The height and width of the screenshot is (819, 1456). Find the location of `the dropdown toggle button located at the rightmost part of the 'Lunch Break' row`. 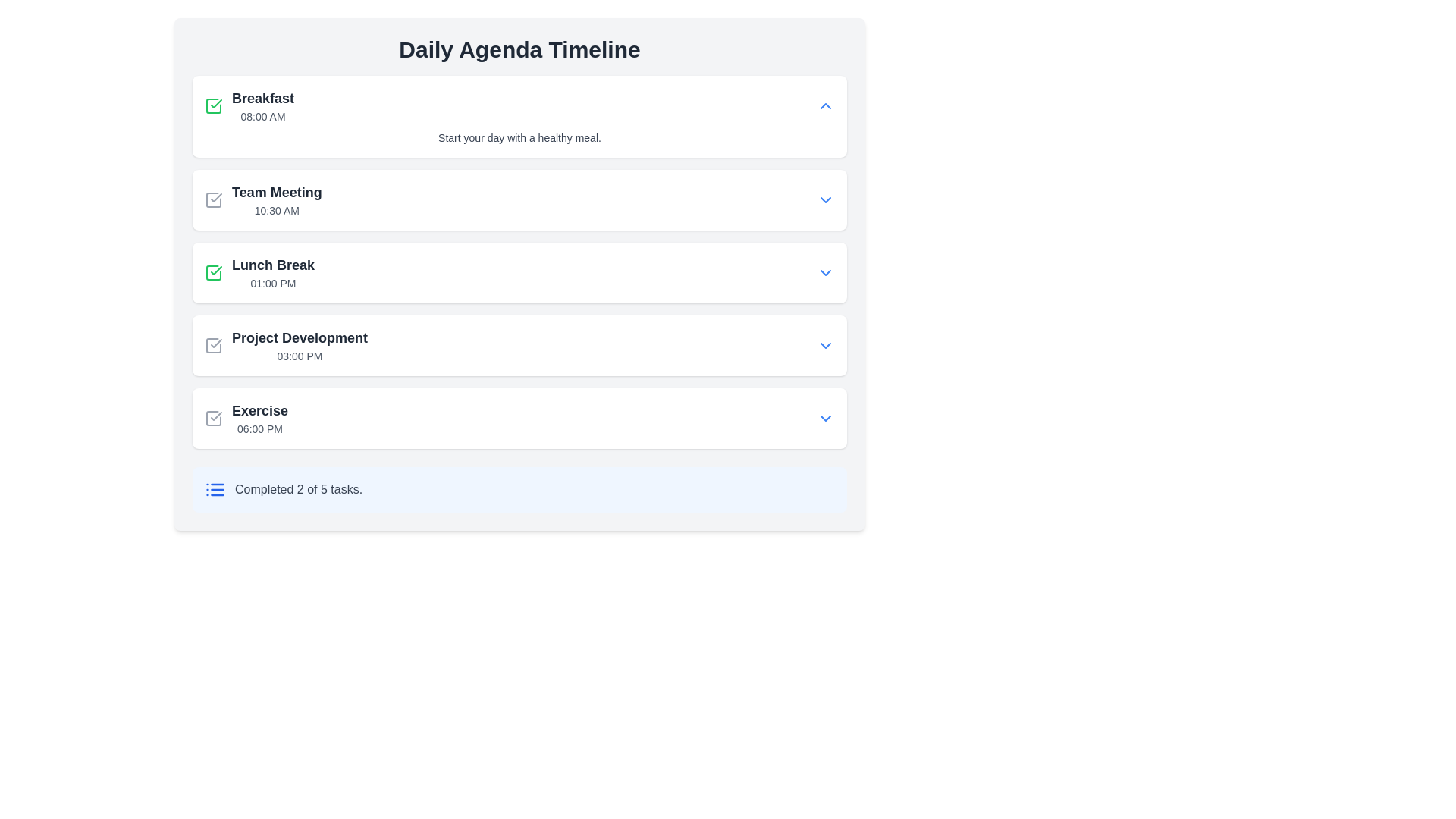

the dropdown toggle button located at the rightmost part of the 'Lunch Break' row is located at coordinates (825, 271).